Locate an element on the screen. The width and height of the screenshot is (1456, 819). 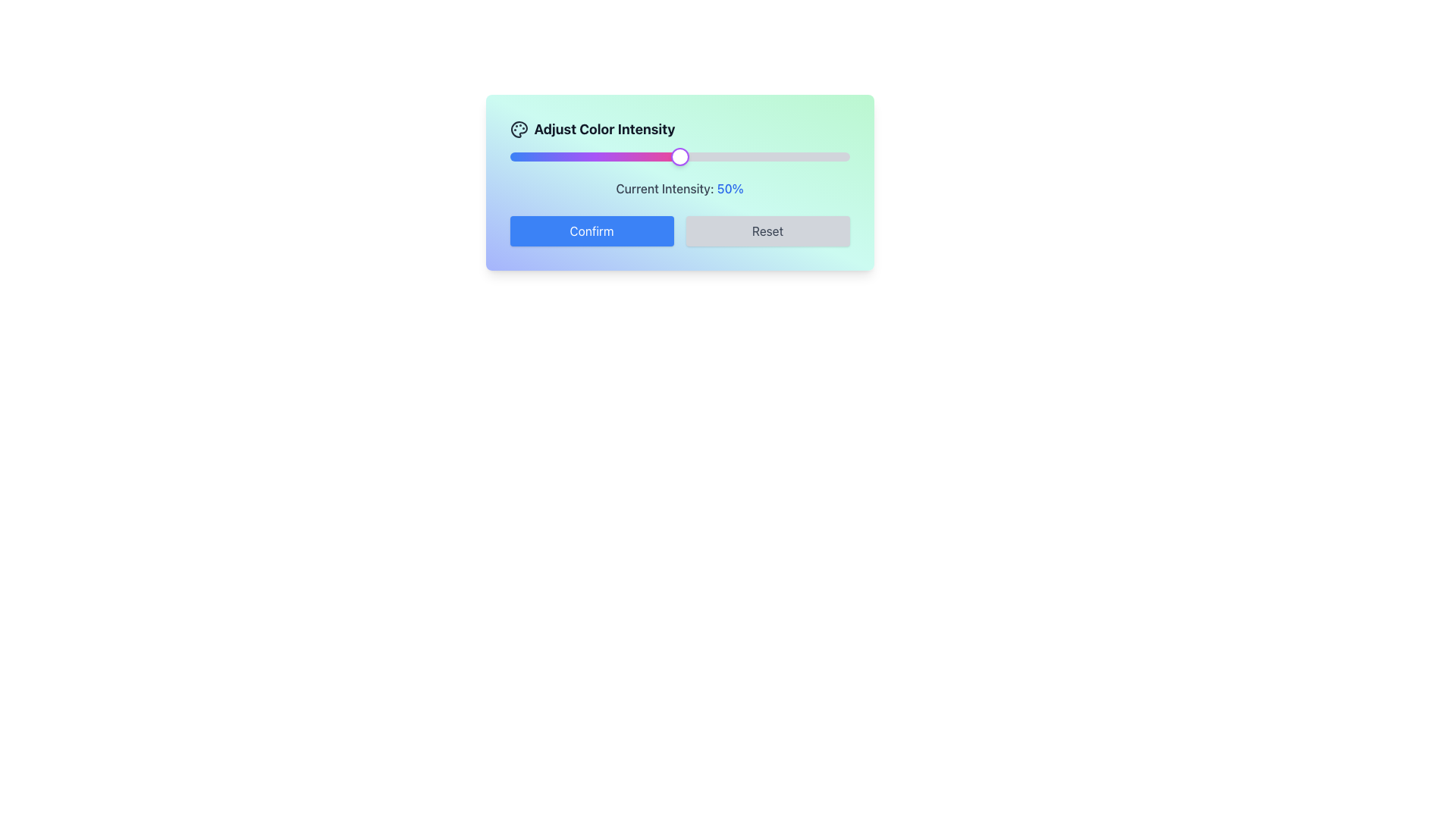
the color intensity is located at coordinates (764, 157).